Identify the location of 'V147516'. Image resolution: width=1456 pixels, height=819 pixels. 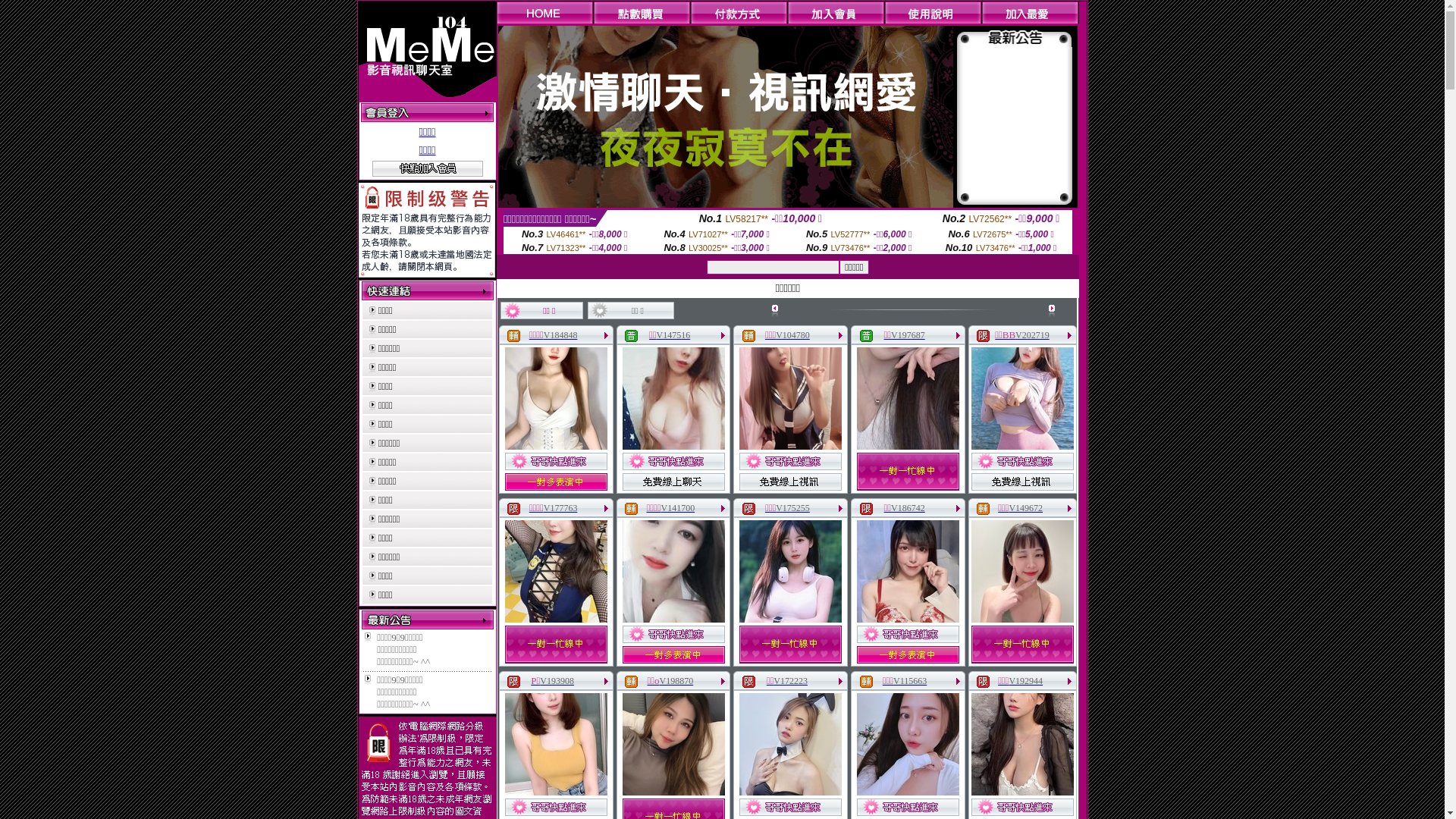
(673, 334).